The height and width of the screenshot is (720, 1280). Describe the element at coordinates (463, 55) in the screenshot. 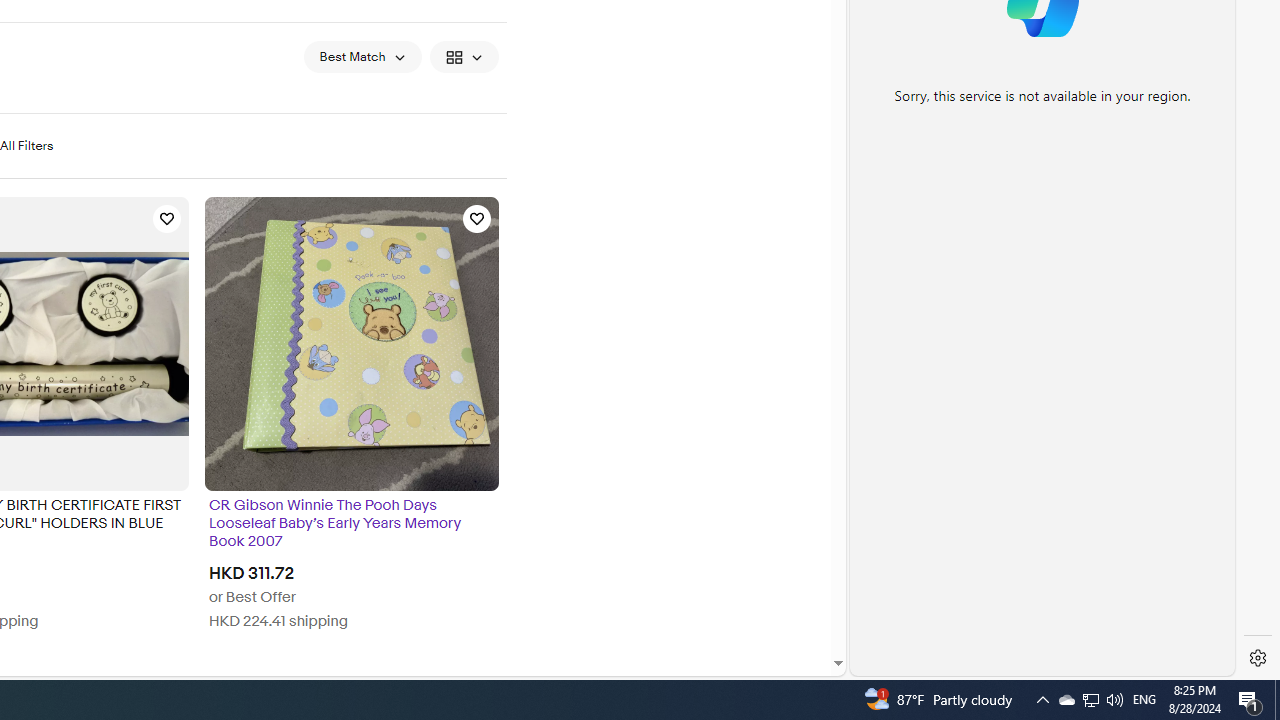

I see `'View: Gallery View'` at that location.